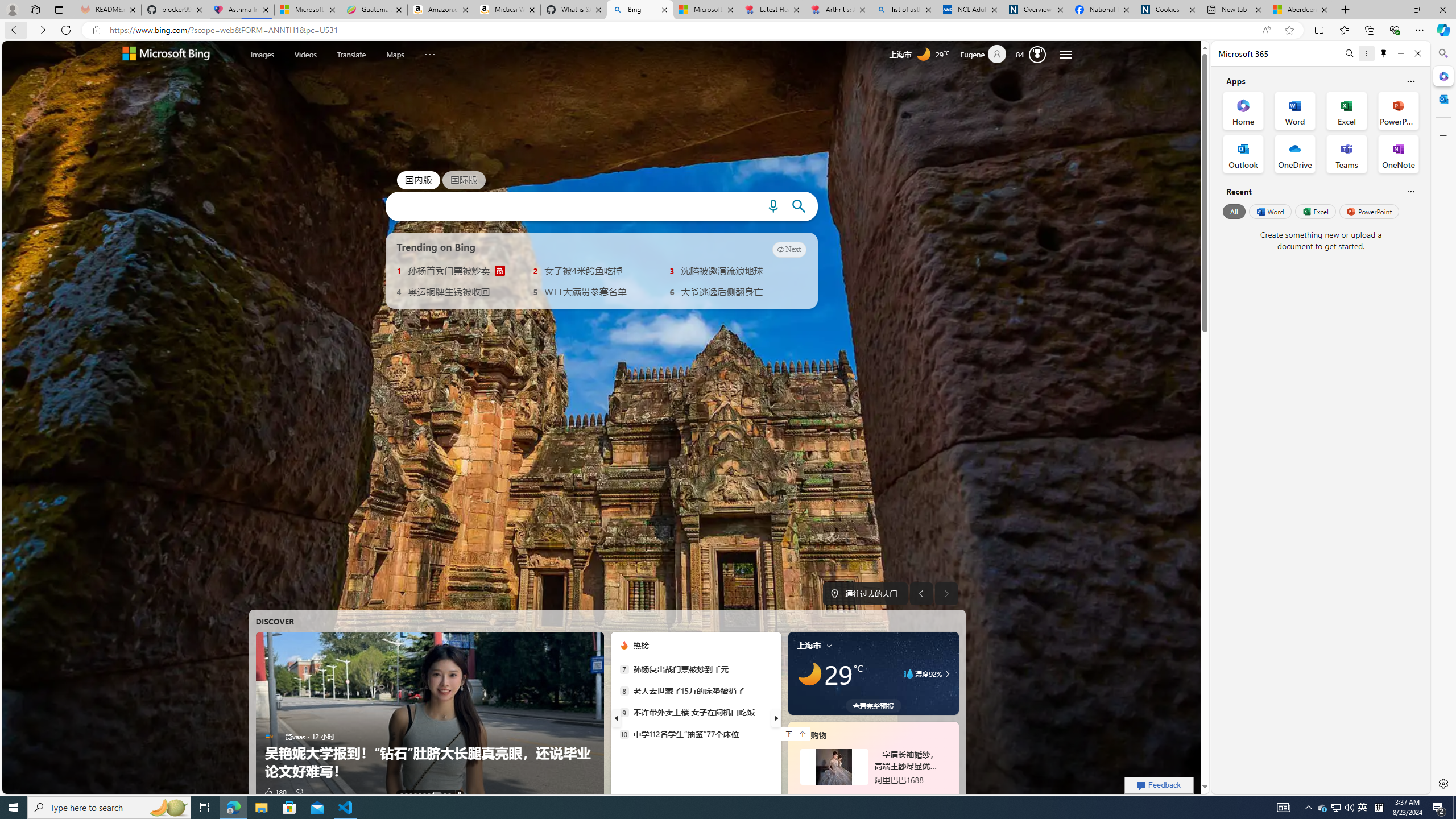 This screenshot has width=1456, height=819. I want to click on 'AutomationID: rh_meter', so click(1038, 54).